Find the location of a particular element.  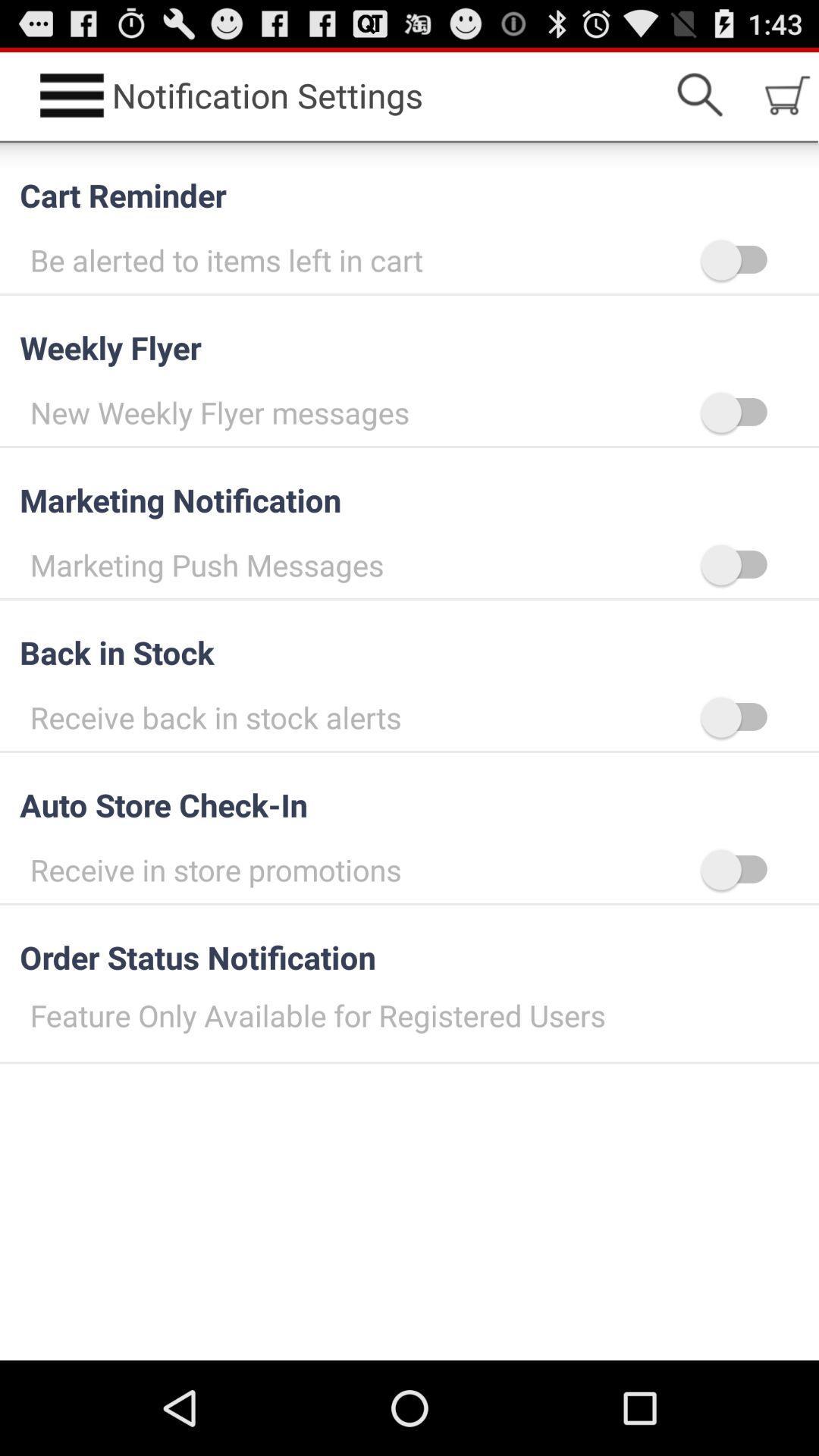

icon to the right of notification settings is located at coordinates (699, 94).